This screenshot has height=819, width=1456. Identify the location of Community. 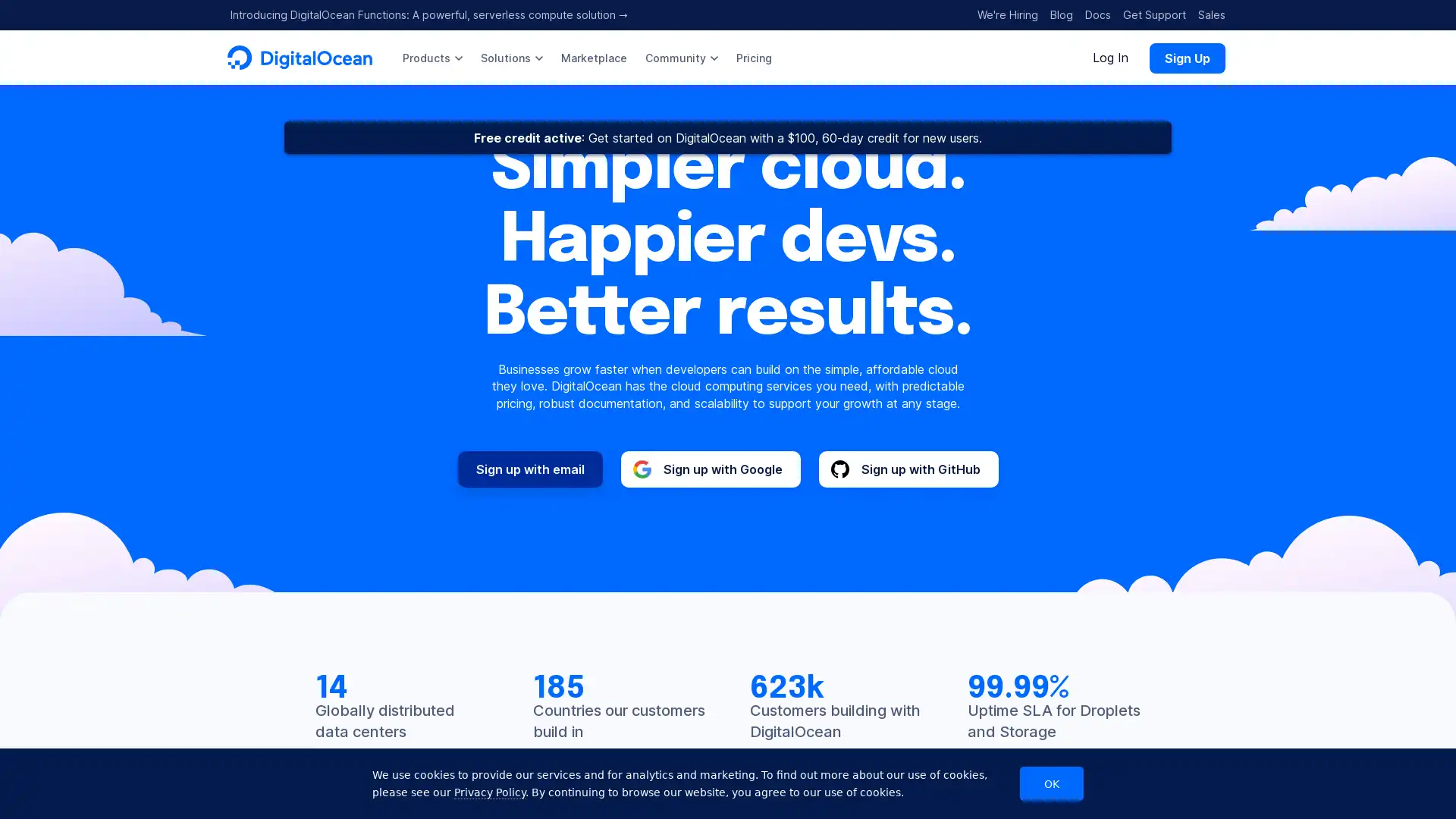
(680, 57).